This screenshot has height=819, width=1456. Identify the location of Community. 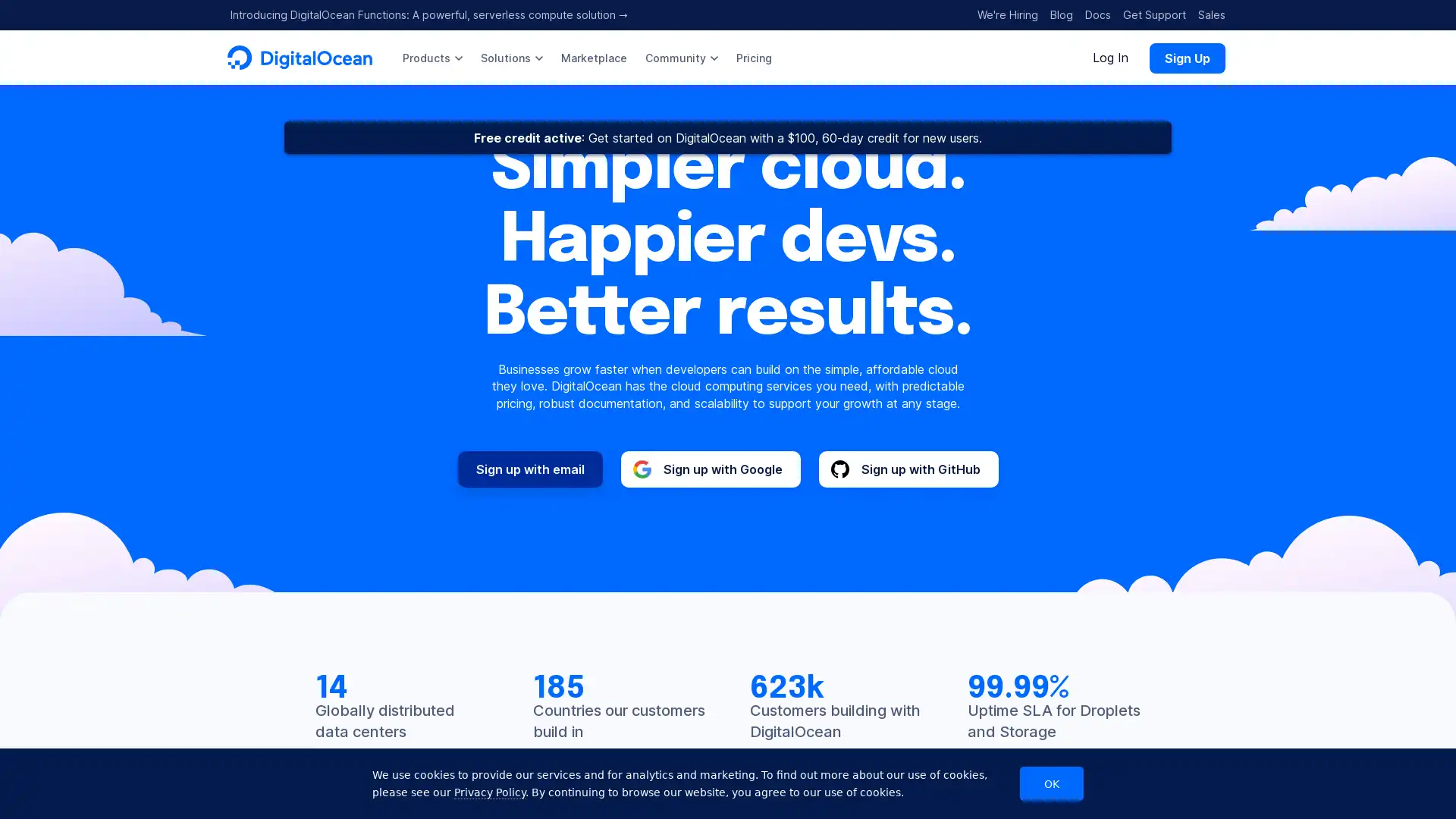
(680, 57).